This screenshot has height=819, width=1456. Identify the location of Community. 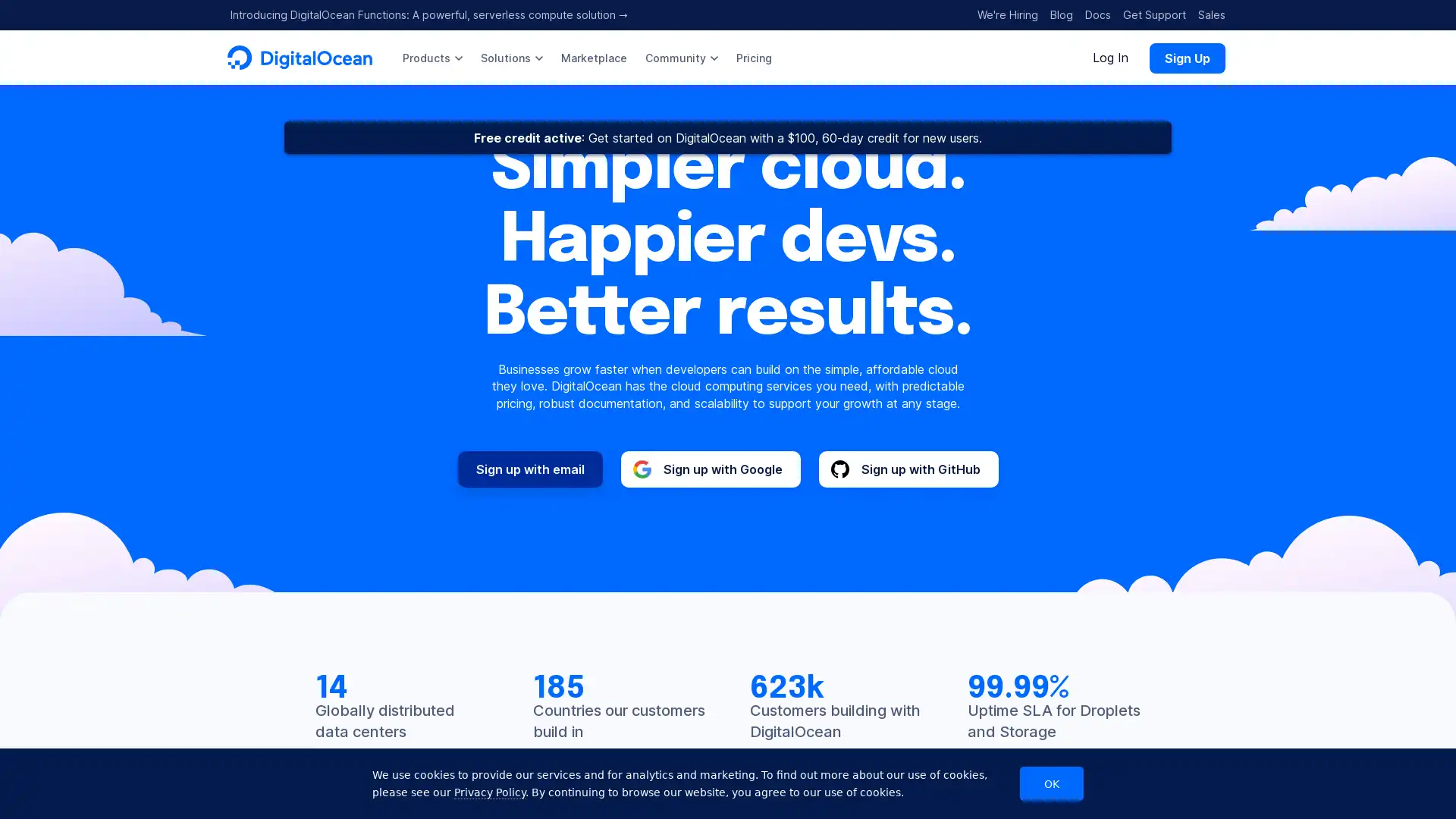
(680, 57).